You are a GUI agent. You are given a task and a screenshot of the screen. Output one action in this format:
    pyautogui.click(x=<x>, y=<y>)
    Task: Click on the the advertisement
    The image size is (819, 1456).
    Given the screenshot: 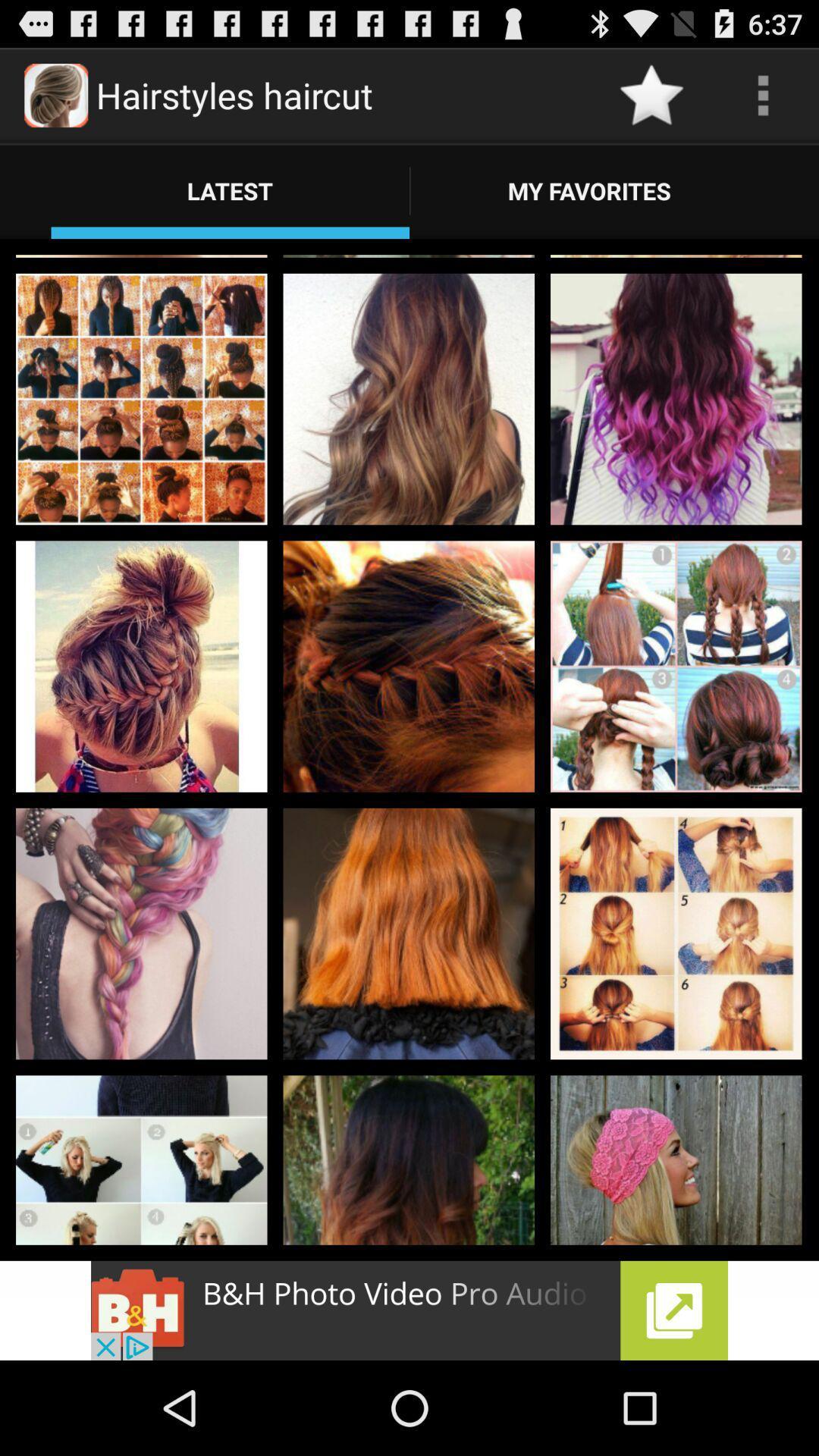 What is the action you would take?
    pyautogui.click(x=409, y=1310)
    